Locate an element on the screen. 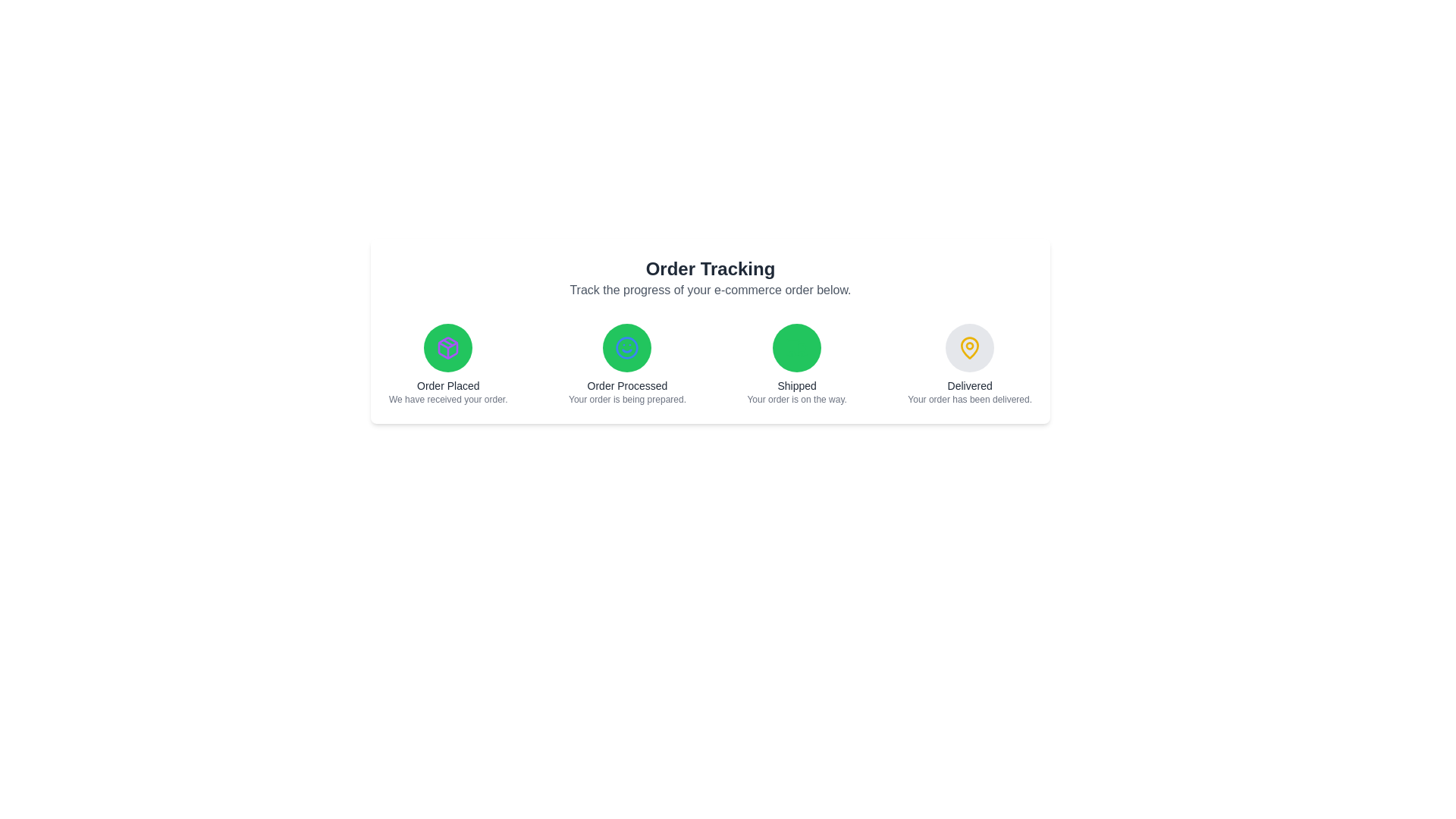 The image size is (1456, 819). the informational text block that describes the purpose of the order tracking section, located below the 'Order Tracking' title is located at coordinates (709, 290).